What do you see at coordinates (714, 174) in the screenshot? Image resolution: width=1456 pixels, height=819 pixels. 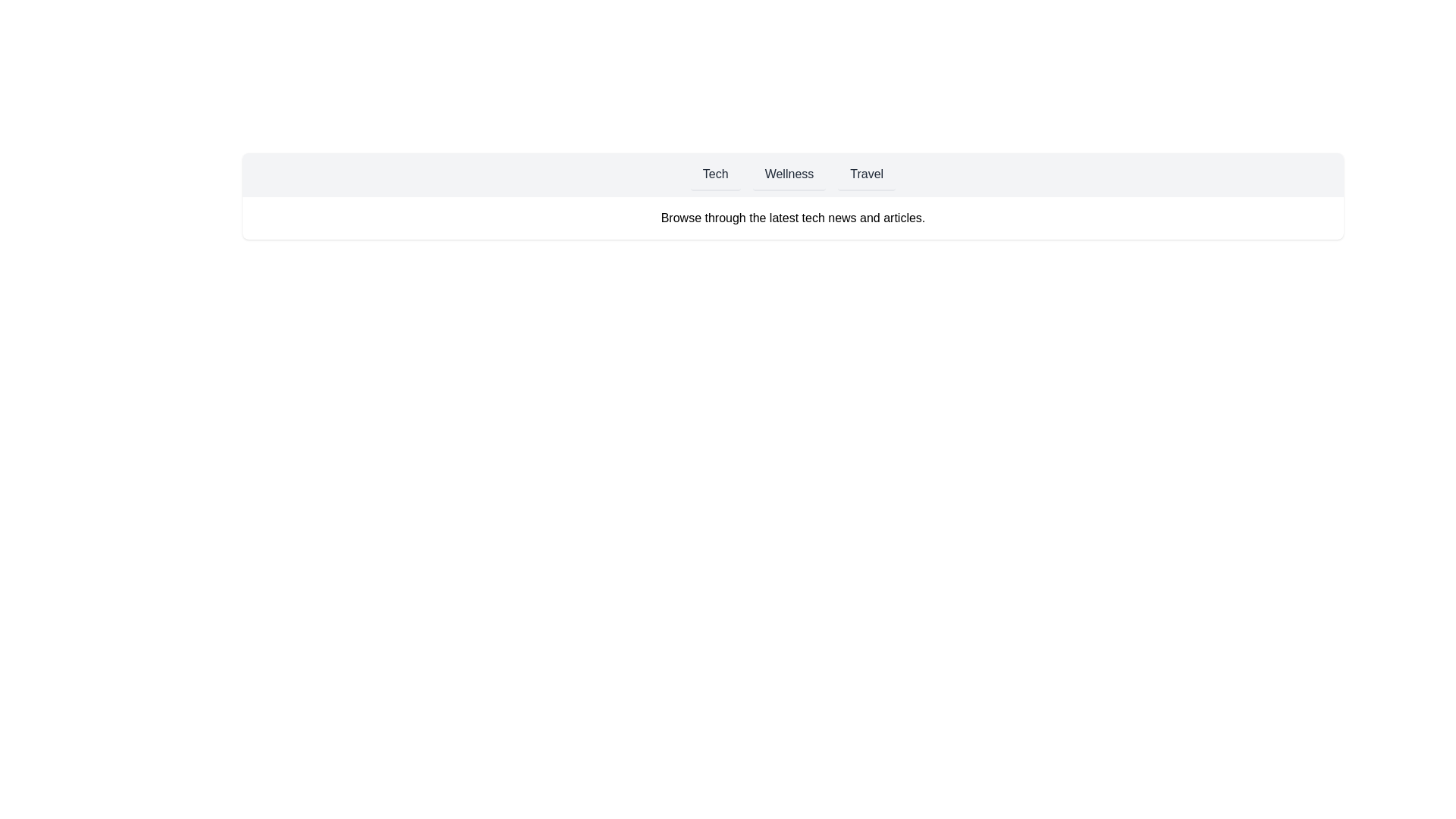 I see `the Tech tab to view its hover effect` at bounding box center [714, 174].